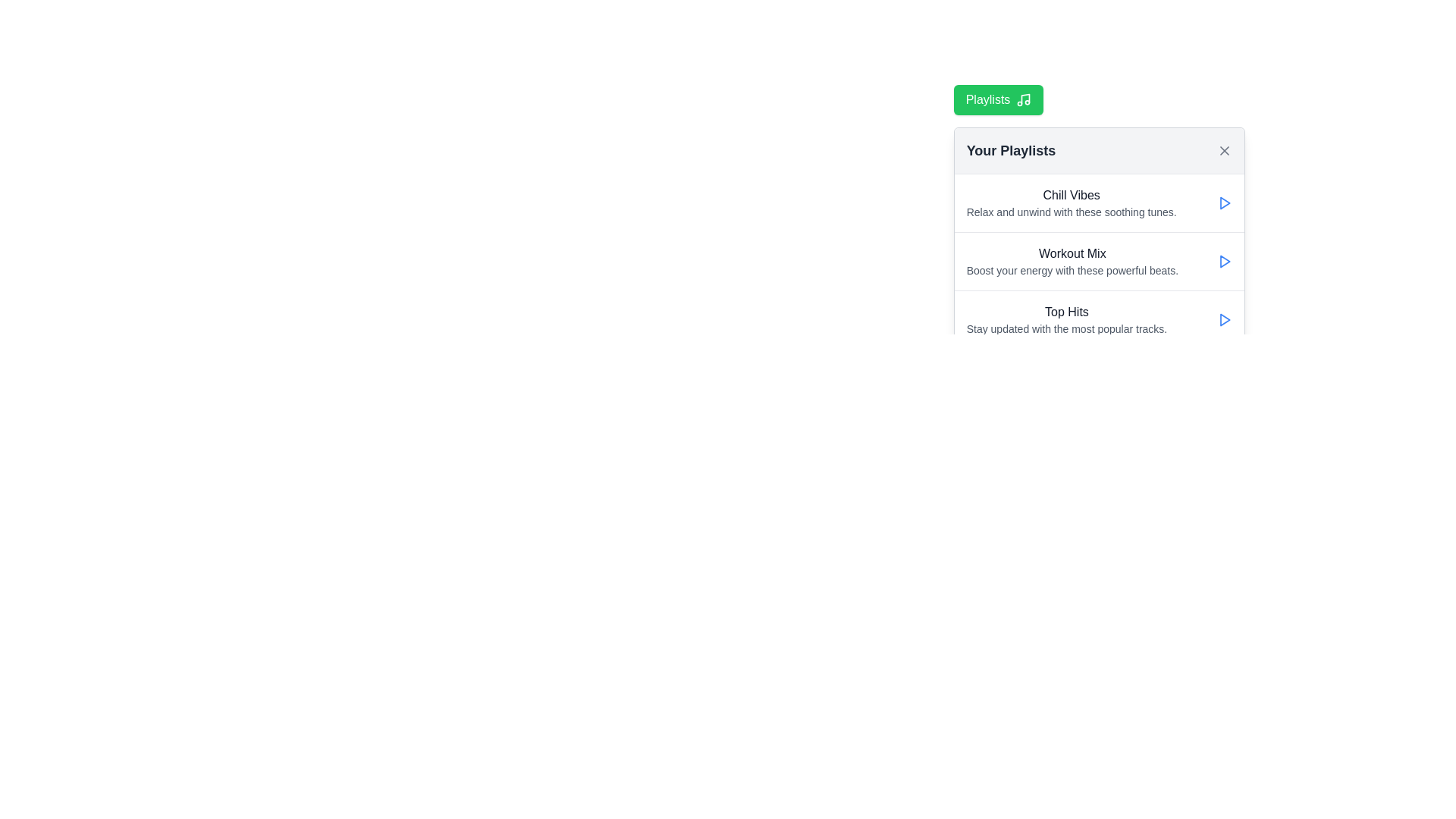  I want to click on the small blue play button located at the right edge of the 'Workout Mix' playlist entry, so click(1224, 260).